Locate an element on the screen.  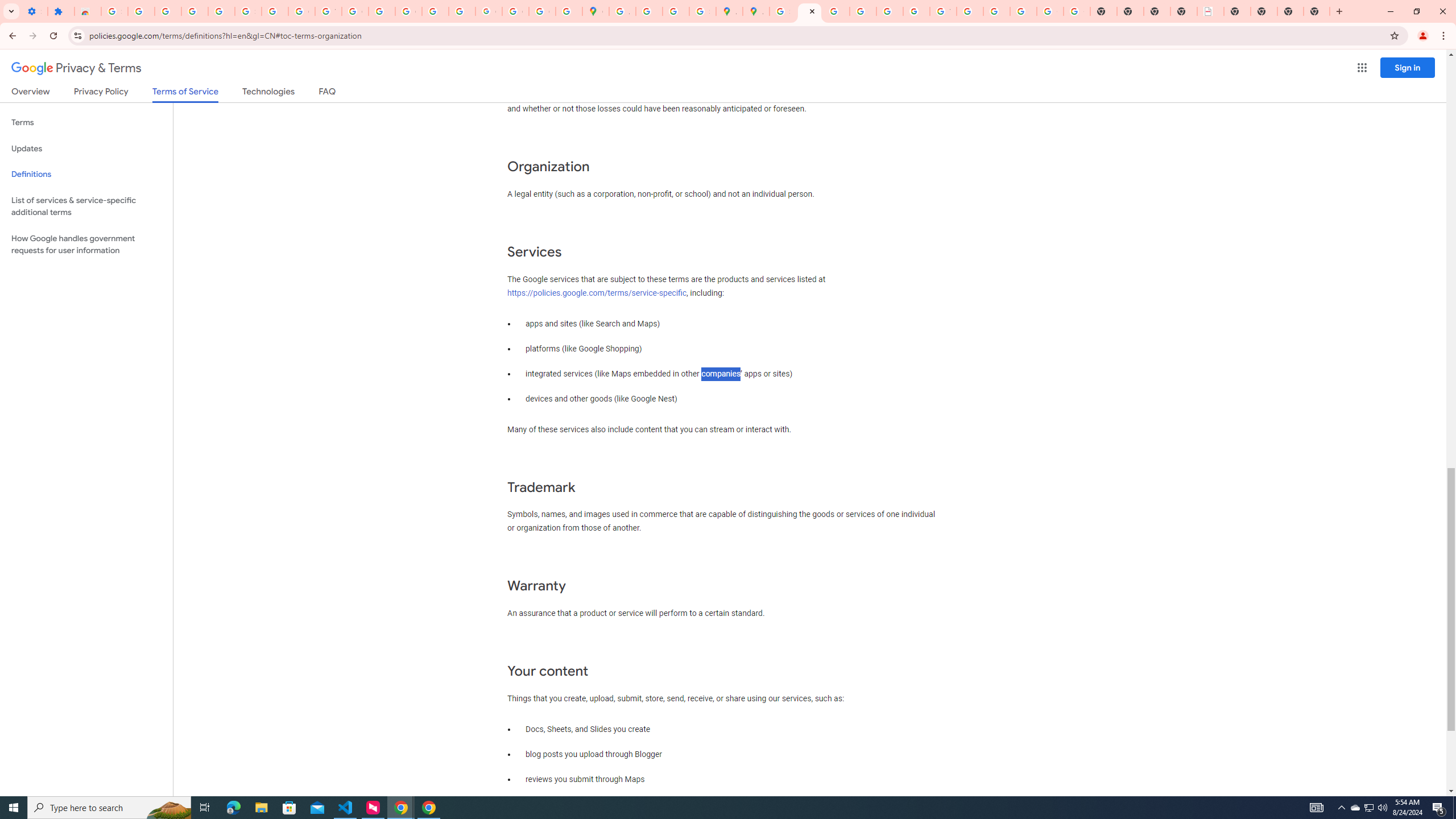
'FAQ' is located at coordinates (327, 93).